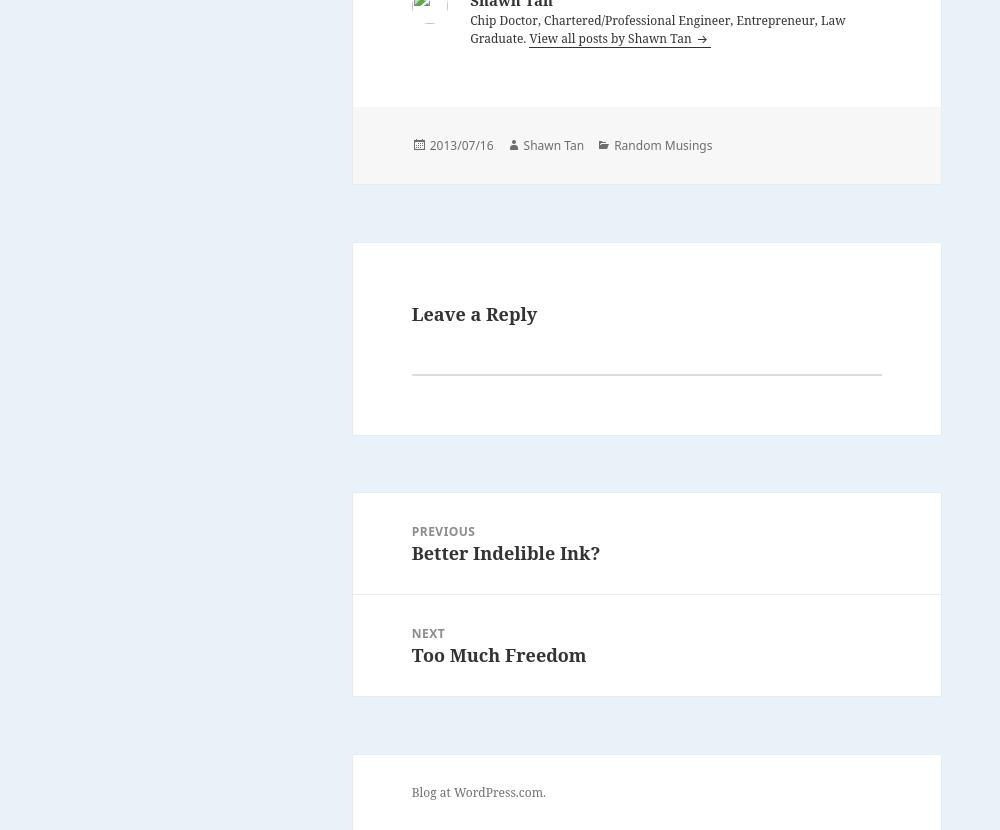 The image size is (1000, 830). Describe the element at coordinates (610, 37) in the screenshot. I see `'View all posts by Shawn Tan'` at that location.